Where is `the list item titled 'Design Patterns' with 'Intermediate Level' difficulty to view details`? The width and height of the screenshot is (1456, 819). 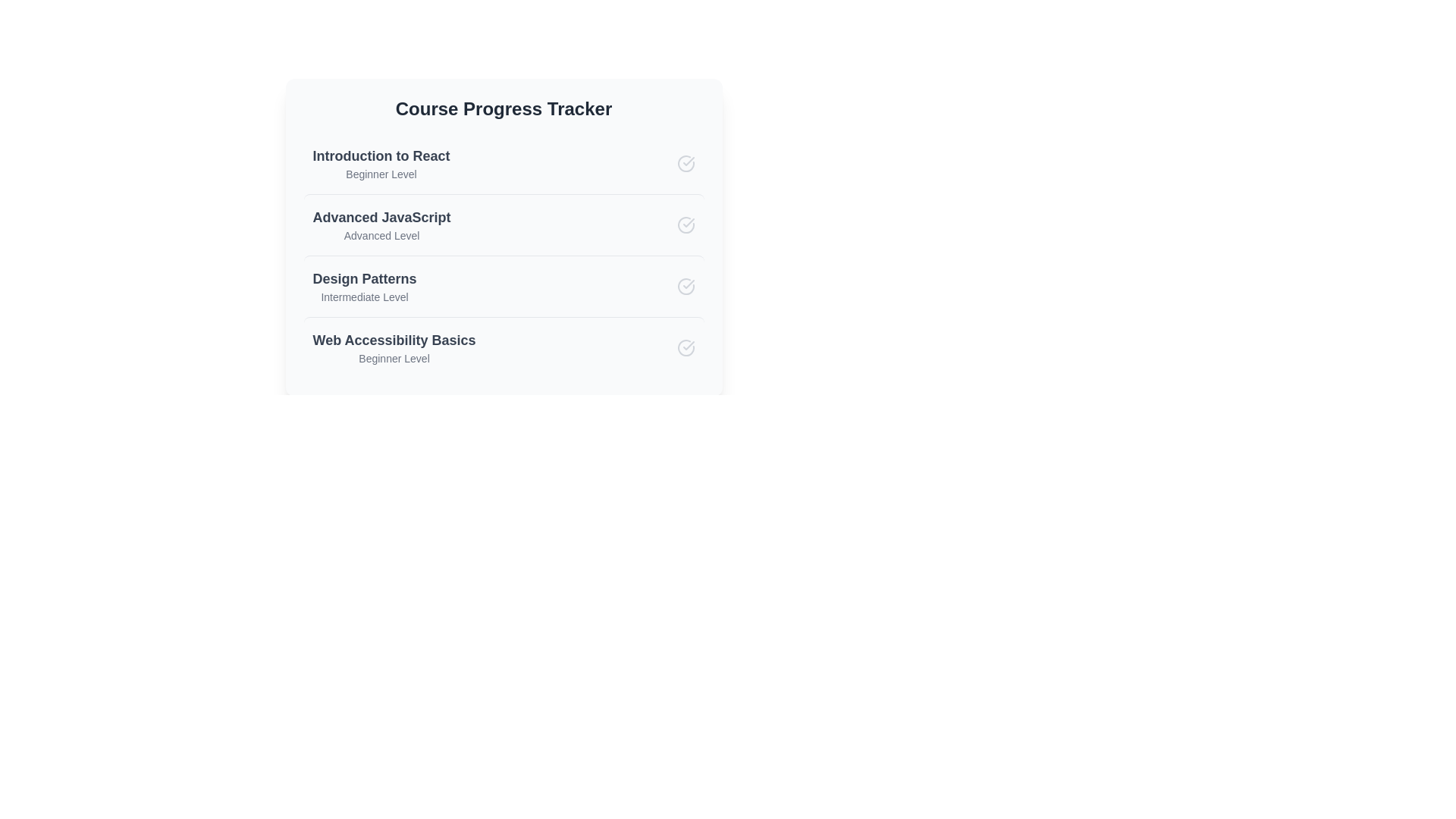 the list item titled 'Design Patterns' with 'Intermediate Level' difficulty to view details is located at coordinates (504, 286).